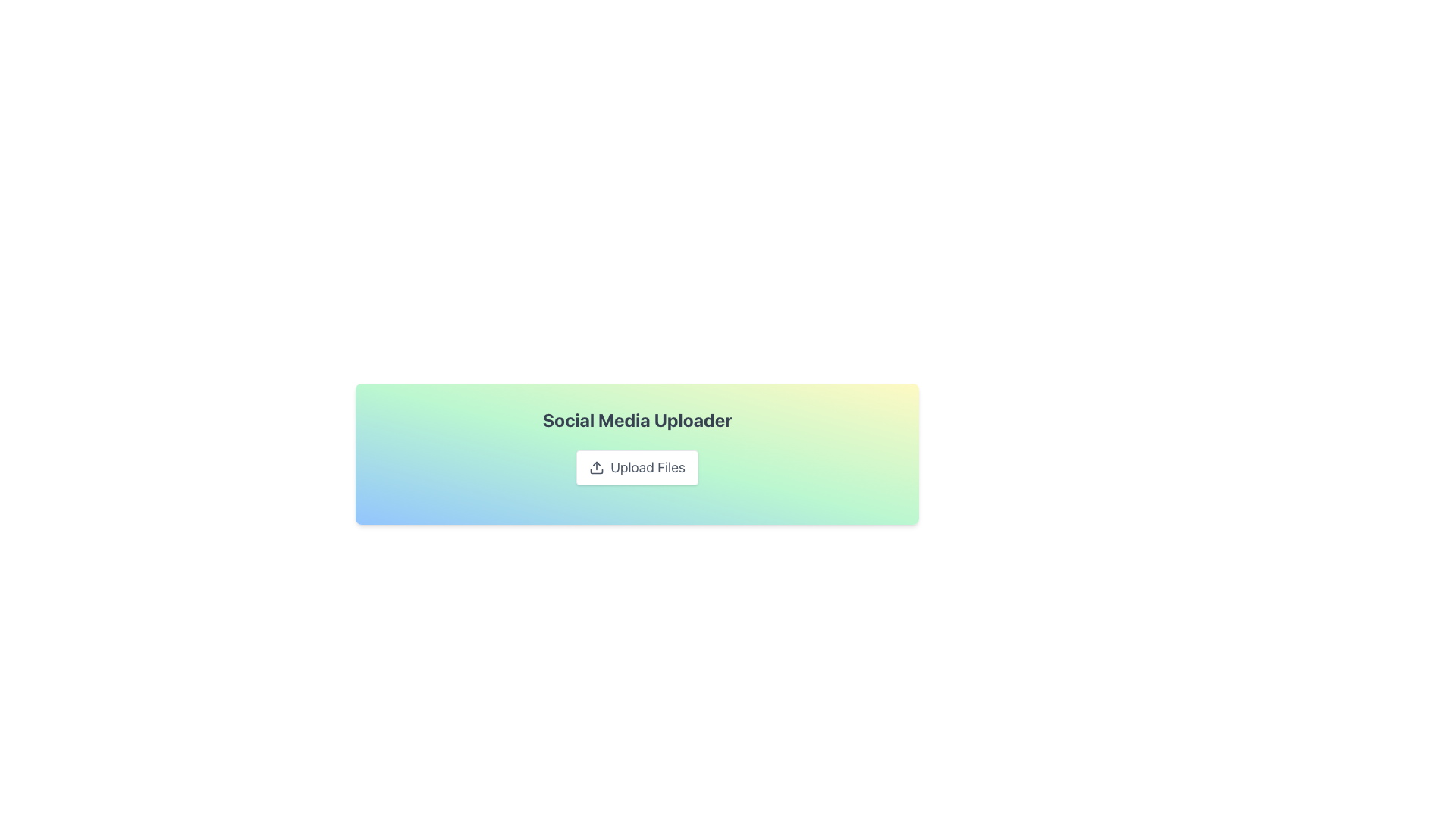 This screenshot has width=1456, height=819. I want to click on the 'Upload Files' button, which is a rectangular button with a light white background and an upward arrow icon, so click(637, 467).